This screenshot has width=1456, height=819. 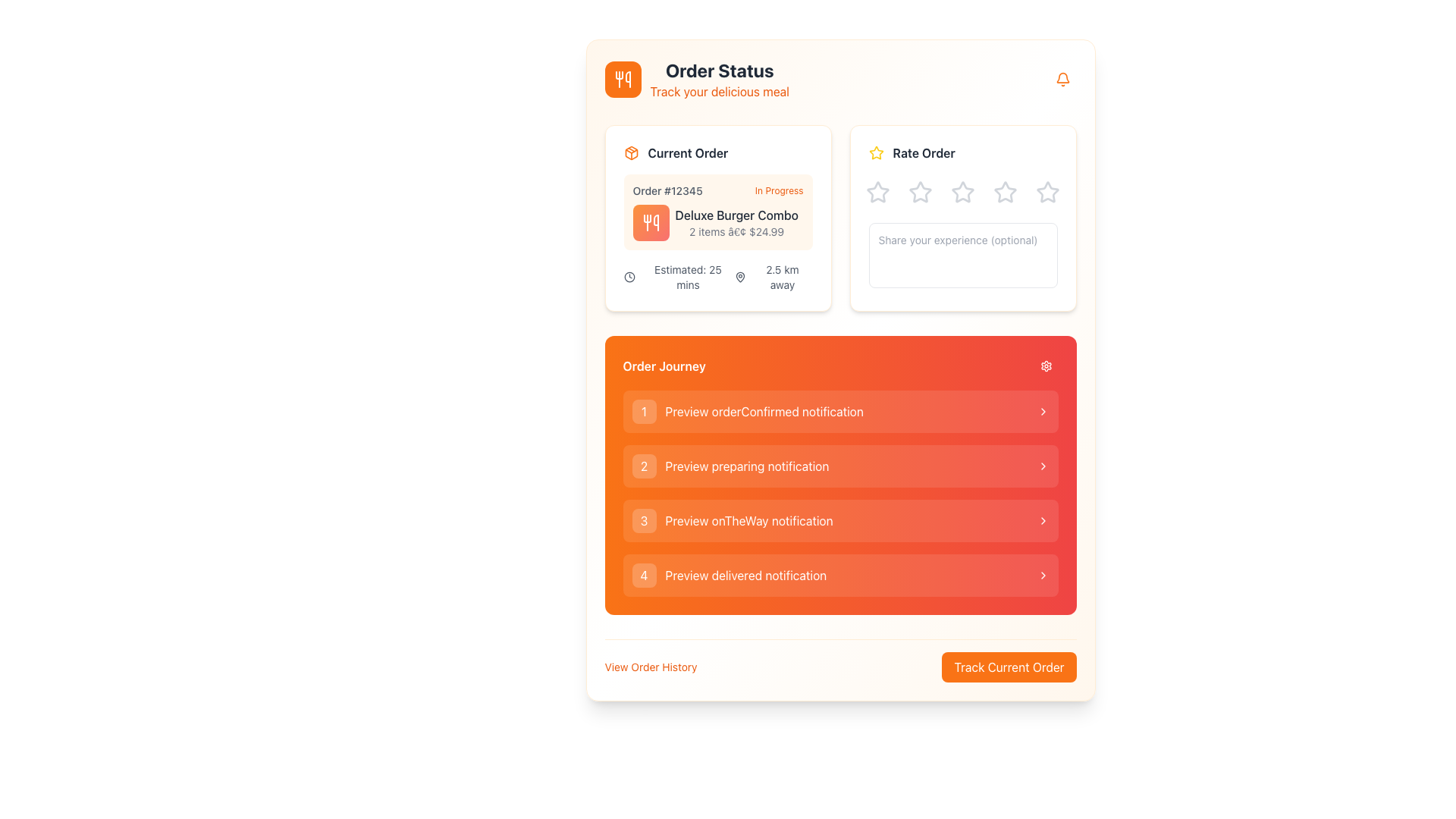 What do you see at coordinates (783, 278) in the screenshot?
I see `the static text label indicating the distance of 2.5 km located in the bottom-right corner of the 'Current Order' card under the map pin icon` at bounding box center [783, 278].